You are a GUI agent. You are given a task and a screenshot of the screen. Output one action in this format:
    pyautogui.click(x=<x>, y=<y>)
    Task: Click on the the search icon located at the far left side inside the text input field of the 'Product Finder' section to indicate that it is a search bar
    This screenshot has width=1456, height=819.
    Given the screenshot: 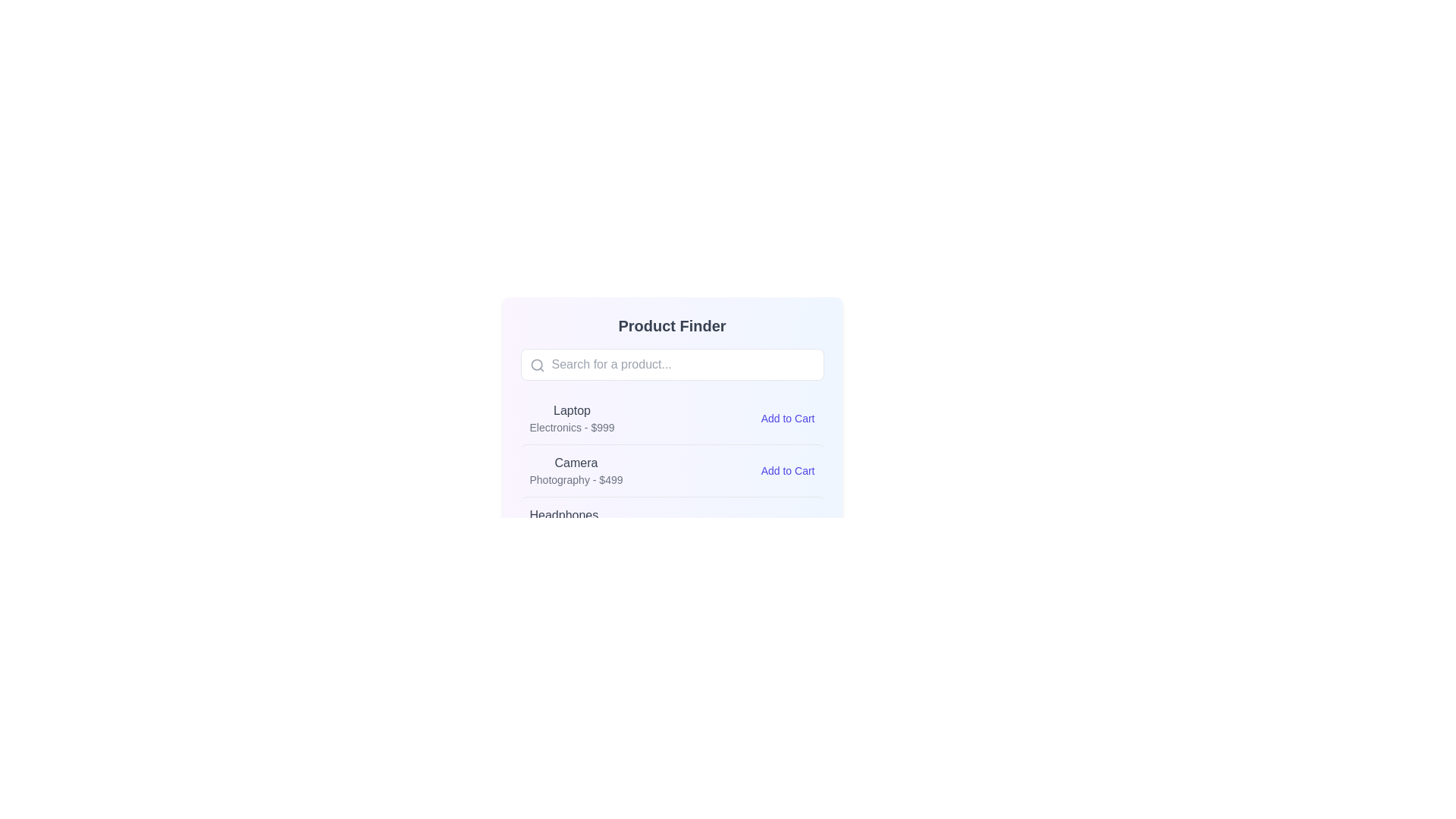 What is the action you would take?
    pyautogui.click(x=537, y=366)
    